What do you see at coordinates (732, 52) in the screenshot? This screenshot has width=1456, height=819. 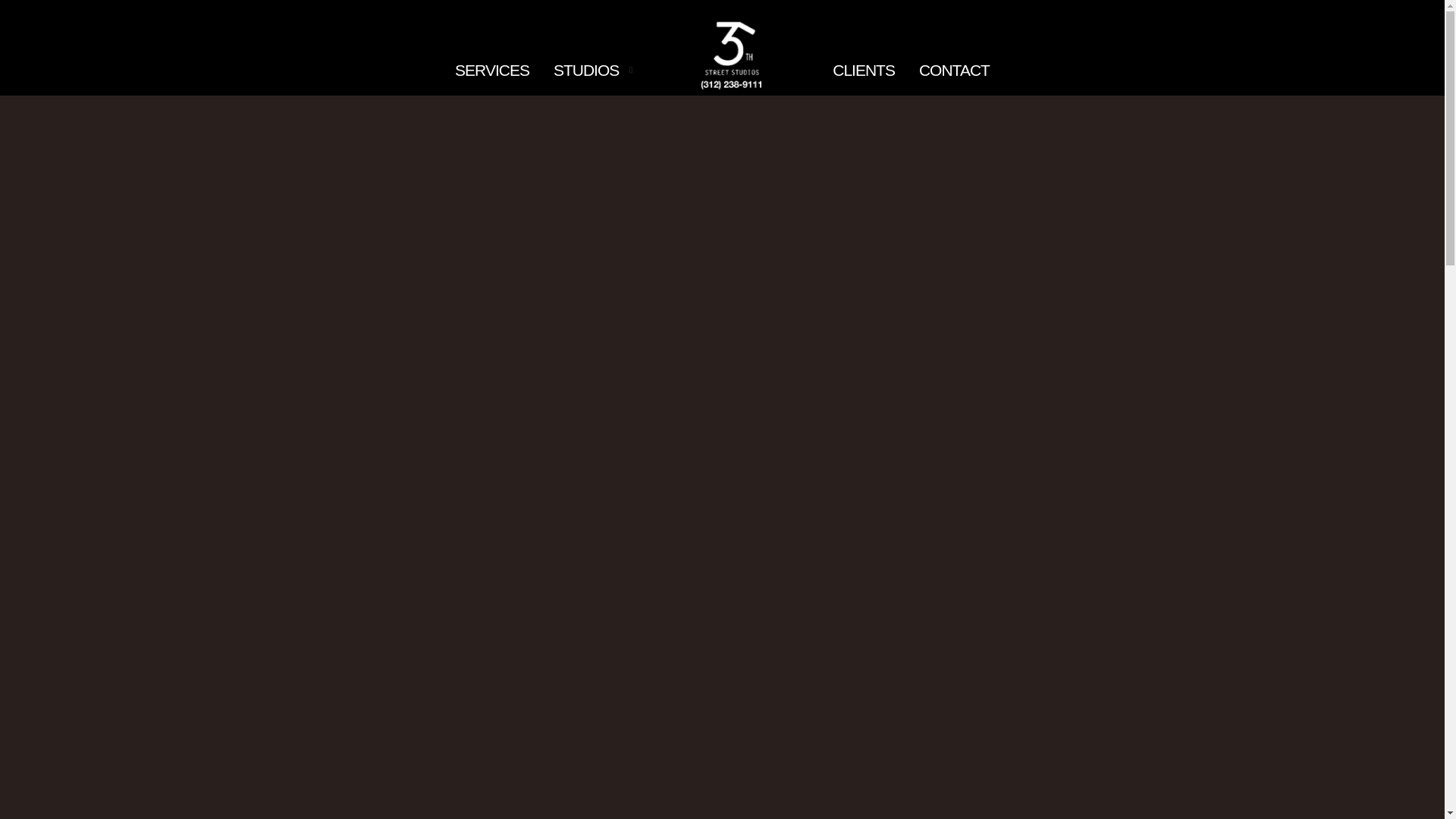 I see `'Home'` at bounding box center [732, 52].